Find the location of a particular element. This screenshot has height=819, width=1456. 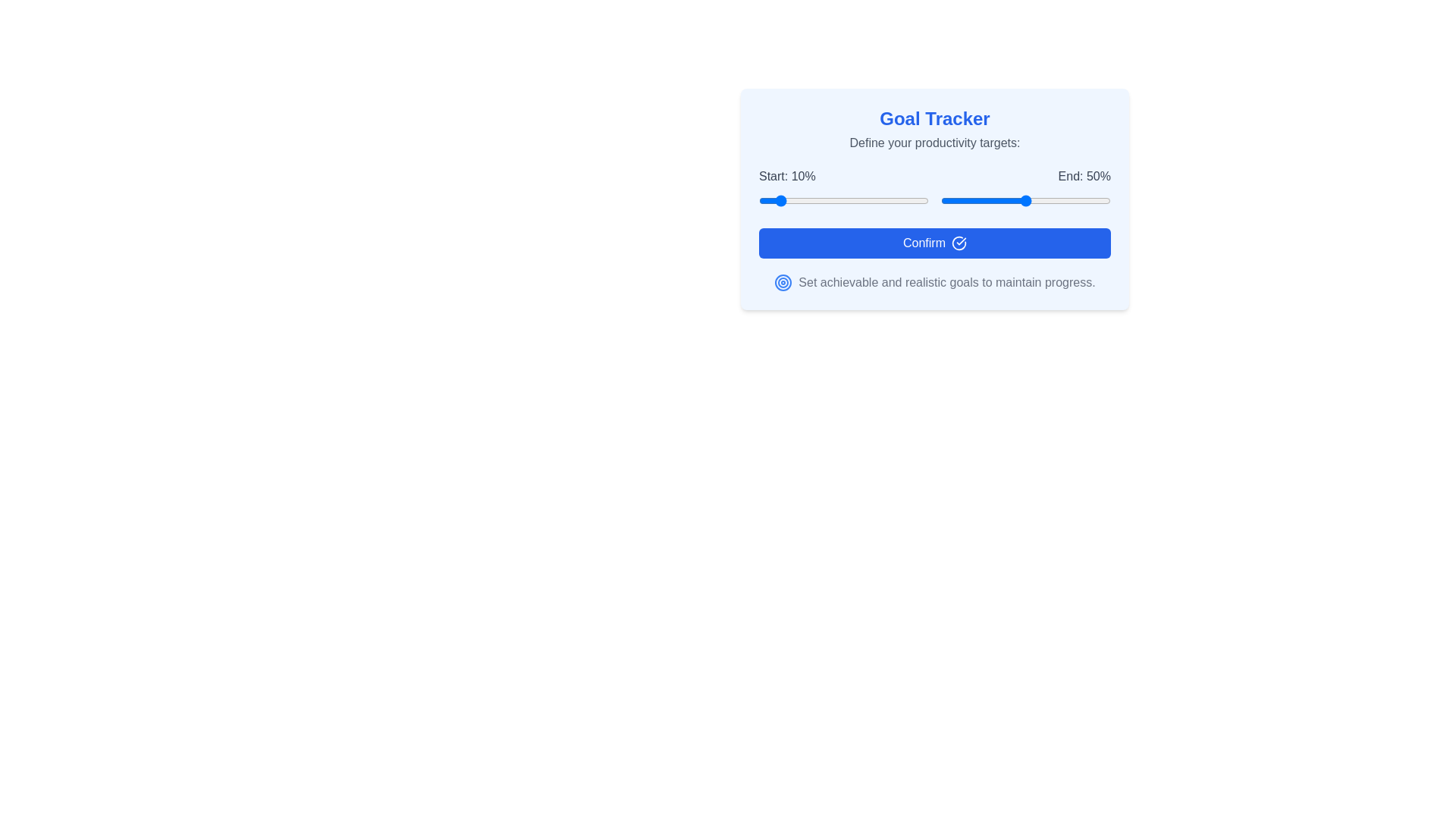

the slider value is located at coordinates (923, 200).